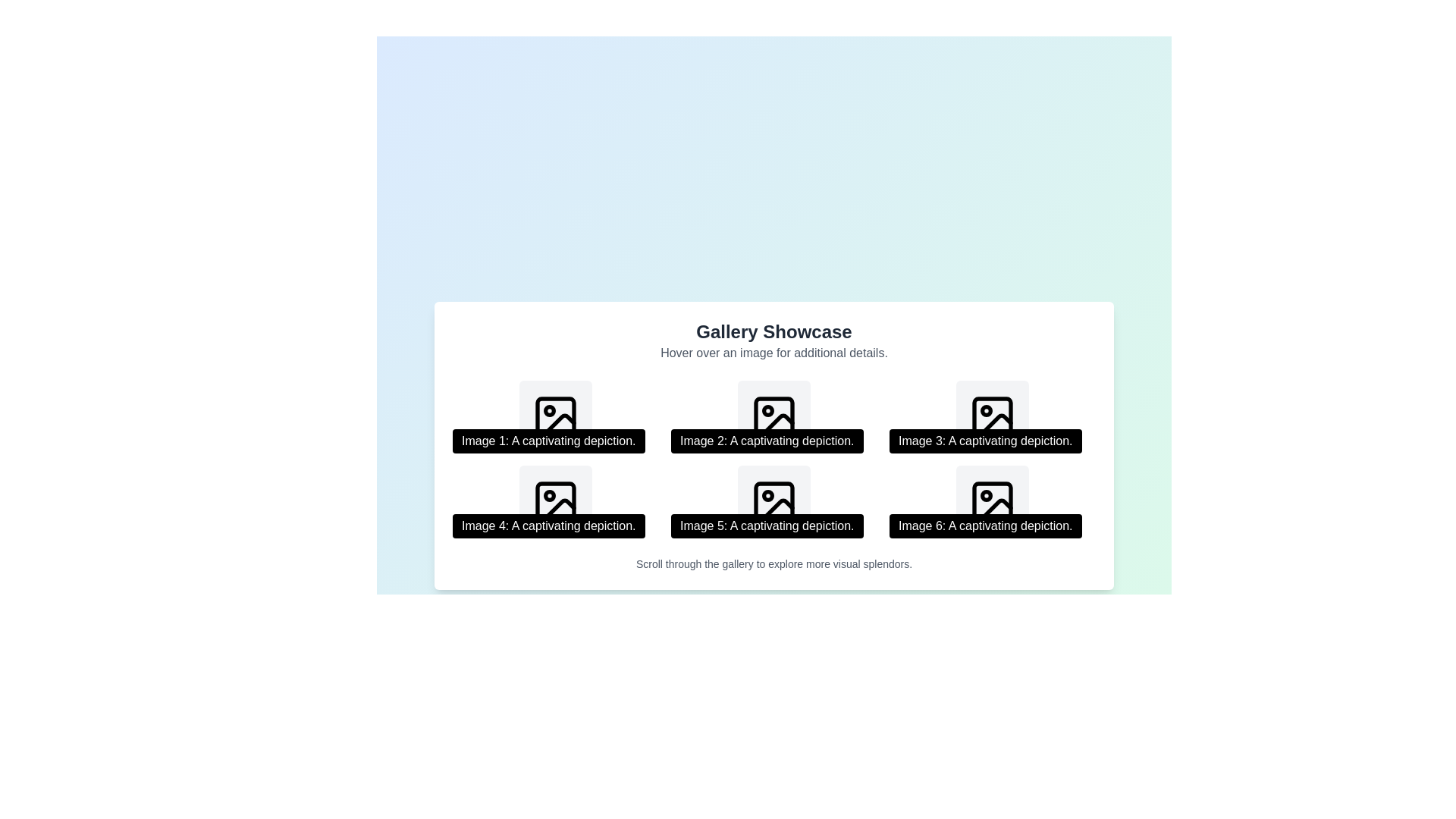  I want to click on the image placeholder icon located at the third position in the first row of the gallery grid, so click(993, 417).